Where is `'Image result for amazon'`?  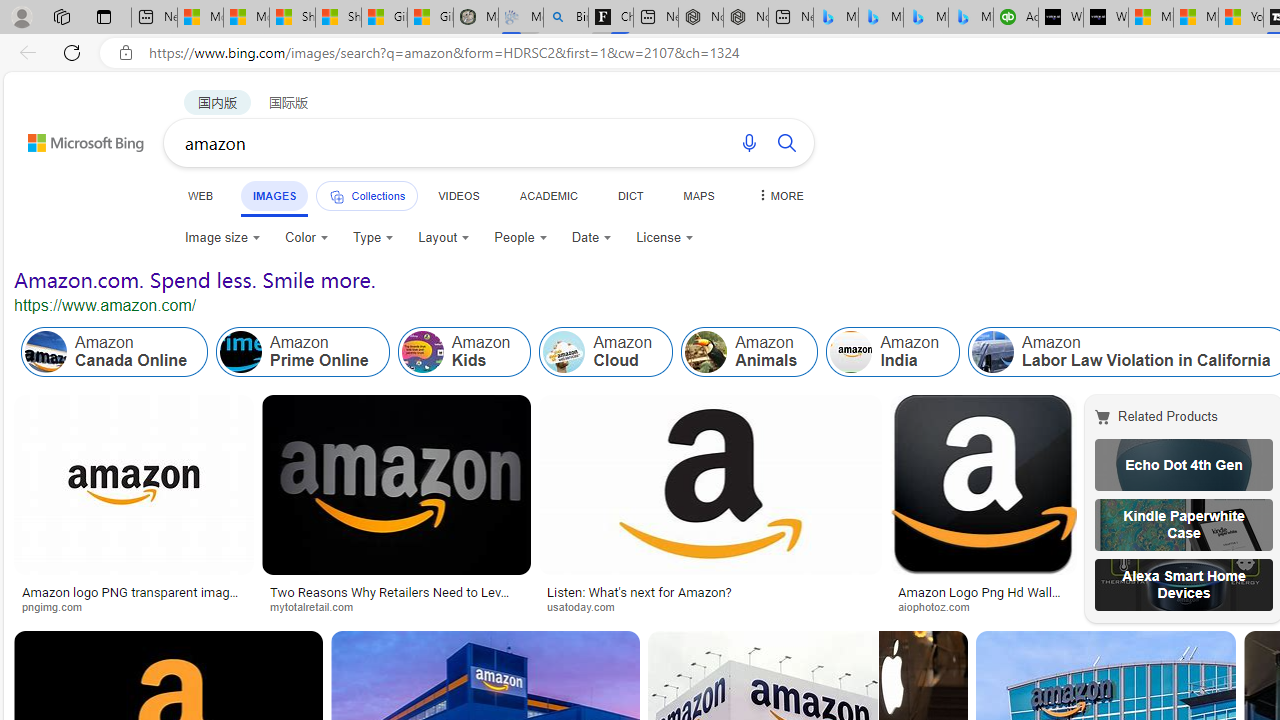
'Image result for amazon' is located at coordinates (983, 485).